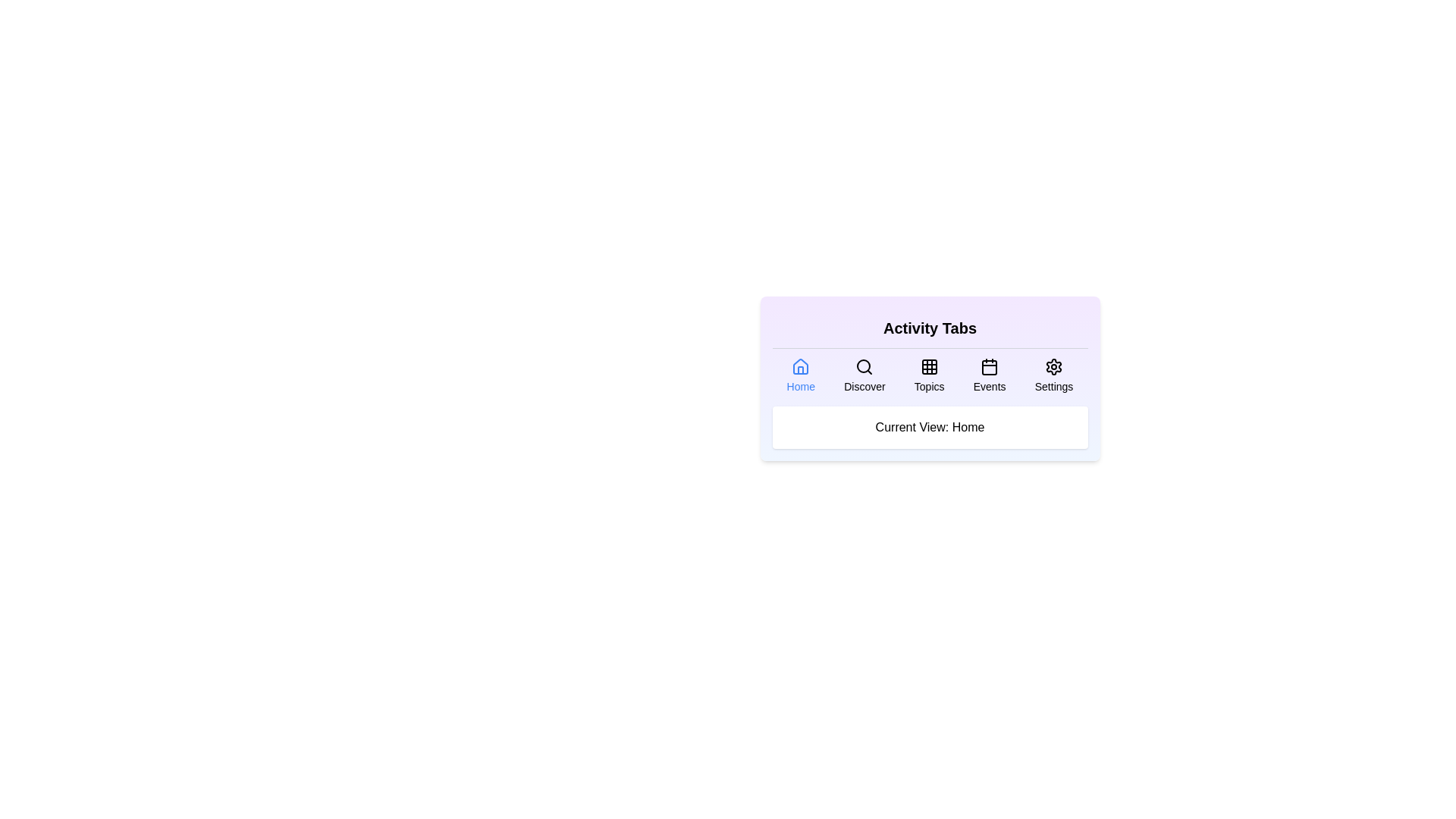 The width and height of the screenshot is (1456, 819). What do you see at coordinates (800, 375) in the screenshot?
I see `the Home tab` at bounding box center [800, 375].